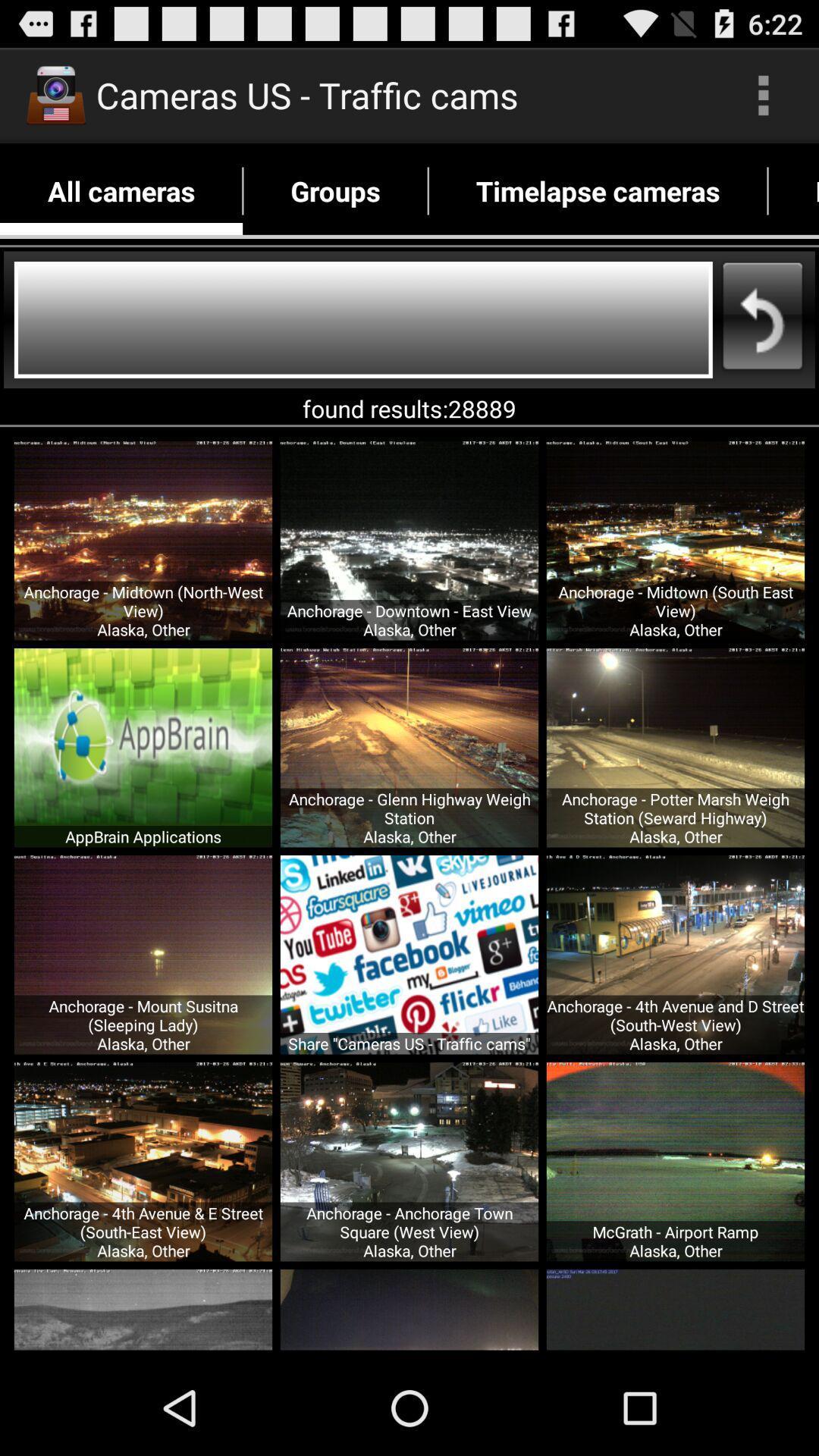 The height and width of the screenshot is (1456, 819). I want to click on the image first row second image, so click(409, 541).